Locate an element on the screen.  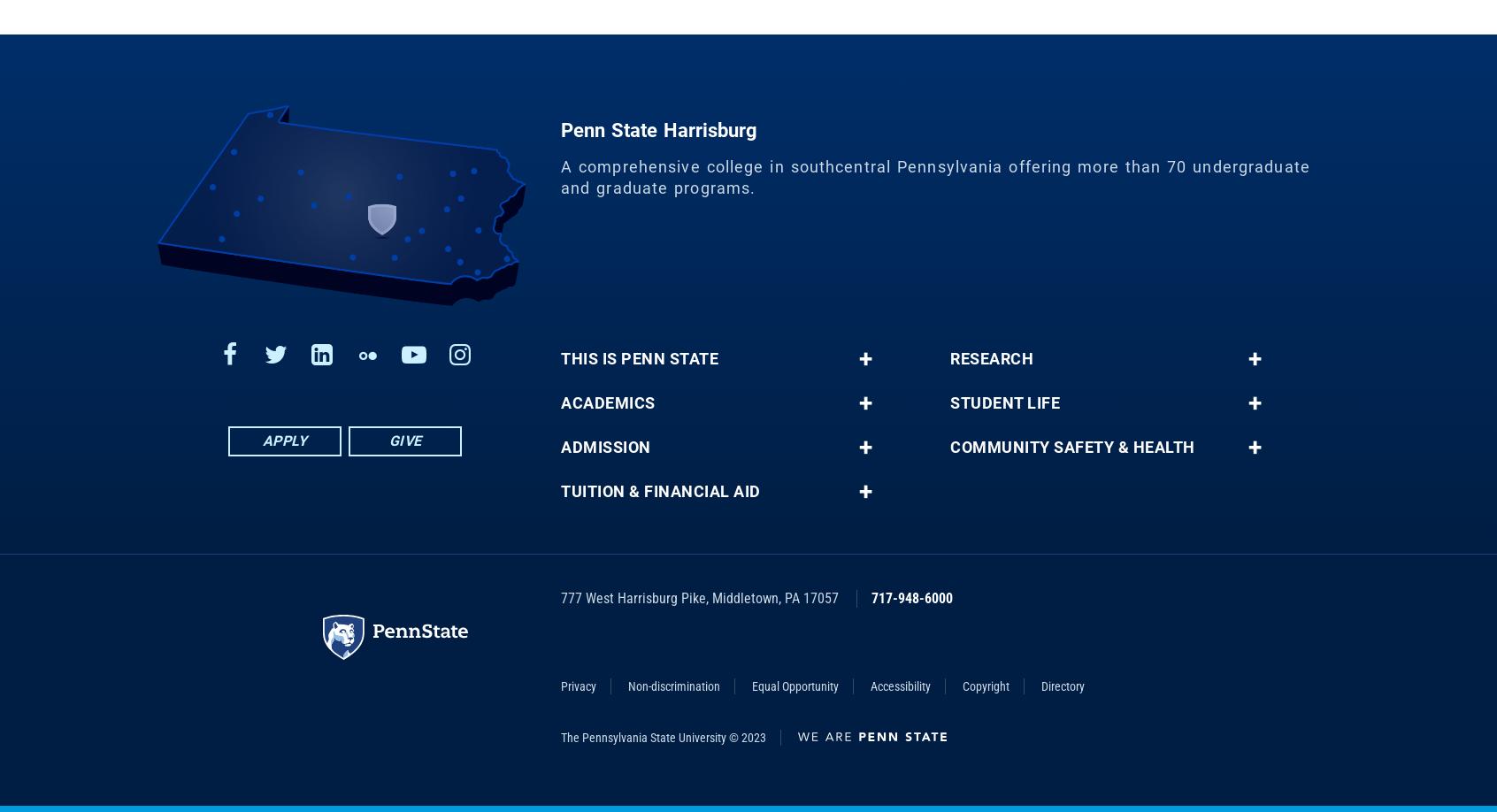
'Tuition & Financial Aid' is located at coordinates (659, 503).